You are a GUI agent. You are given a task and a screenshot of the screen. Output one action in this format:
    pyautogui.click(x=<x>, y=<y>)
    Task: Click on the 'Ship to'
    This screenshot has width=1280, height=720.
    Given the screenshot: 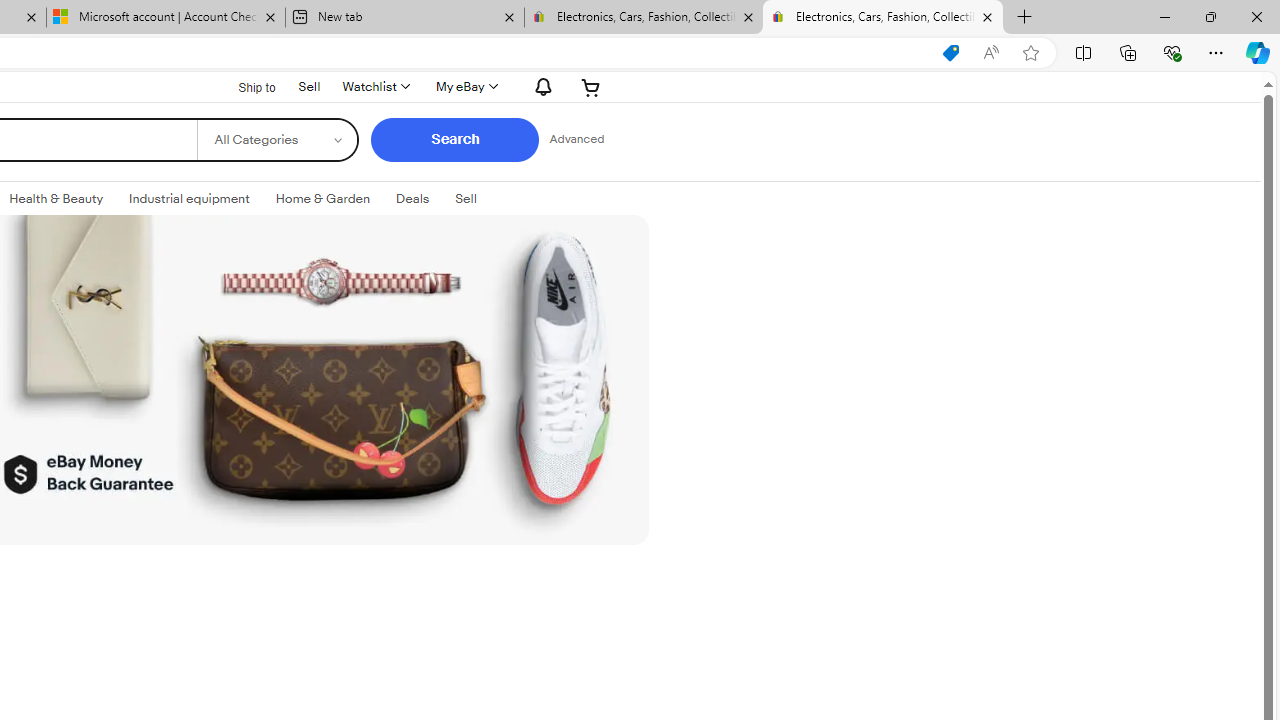 What is the action you would take?
    pyautogui.click(x=243, y=85)
    